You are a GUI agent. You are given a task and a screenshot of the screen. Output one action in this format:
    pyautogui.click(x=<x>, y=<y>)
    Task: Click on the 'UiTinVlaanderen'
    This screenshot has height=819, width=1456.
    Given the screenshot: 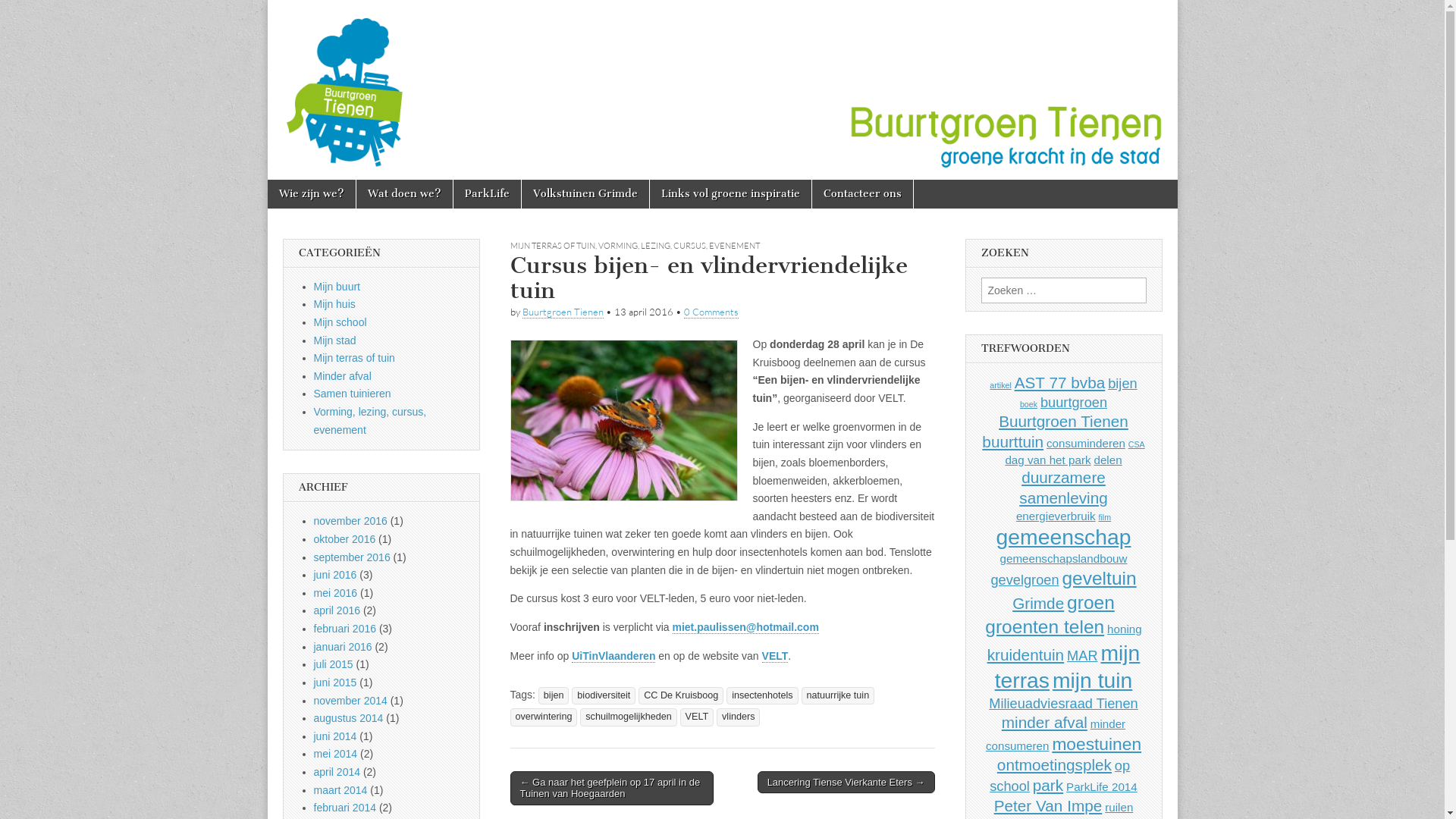 What is the action you would take?
    pyautogui.click(x=613, y=655)
    